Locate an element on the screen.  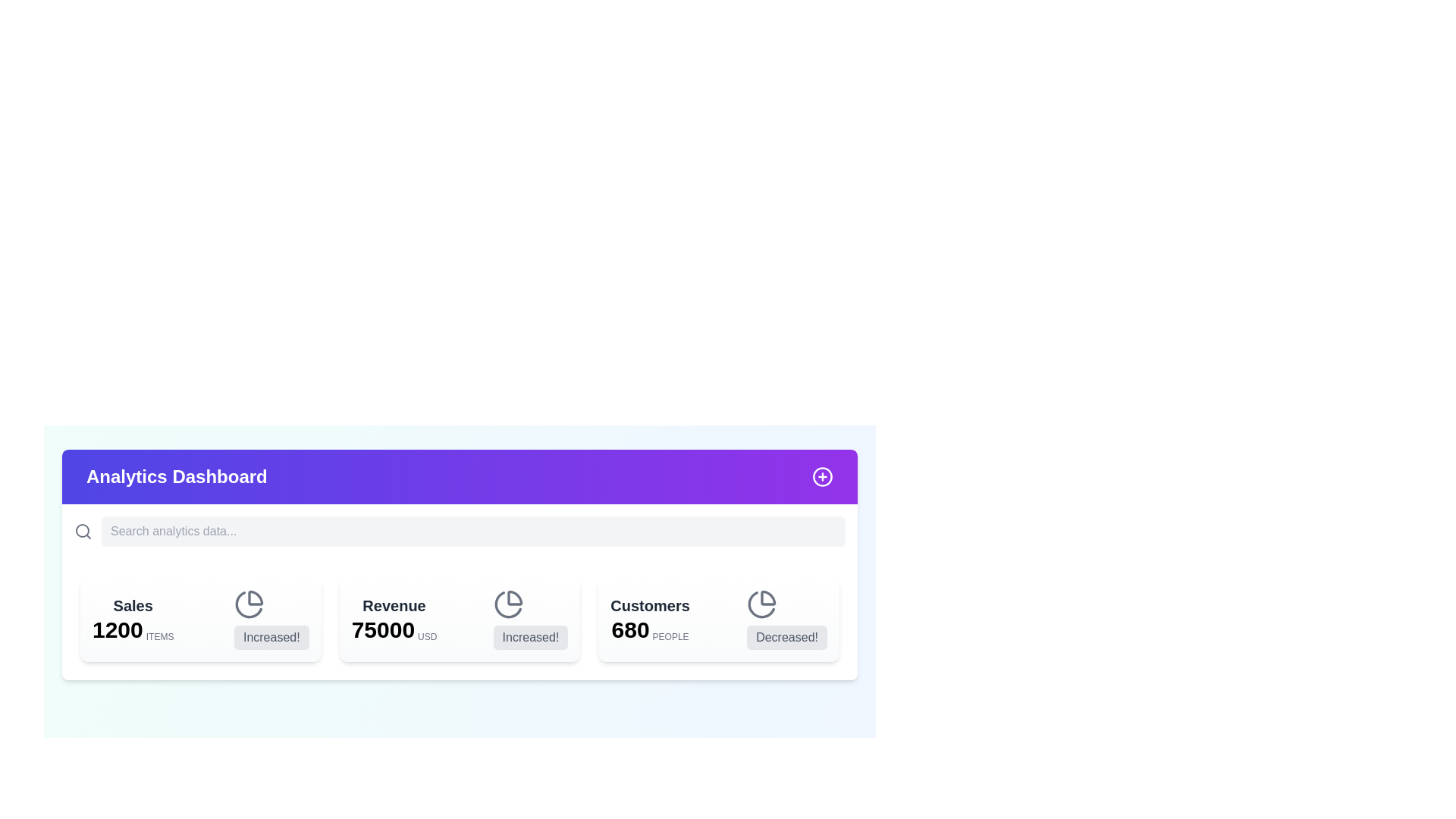
the text label indicating that the value represents people, located at the bottom-right part of the 'Customers' card, to the right of the number '680' is located at coordinates (670, 637).